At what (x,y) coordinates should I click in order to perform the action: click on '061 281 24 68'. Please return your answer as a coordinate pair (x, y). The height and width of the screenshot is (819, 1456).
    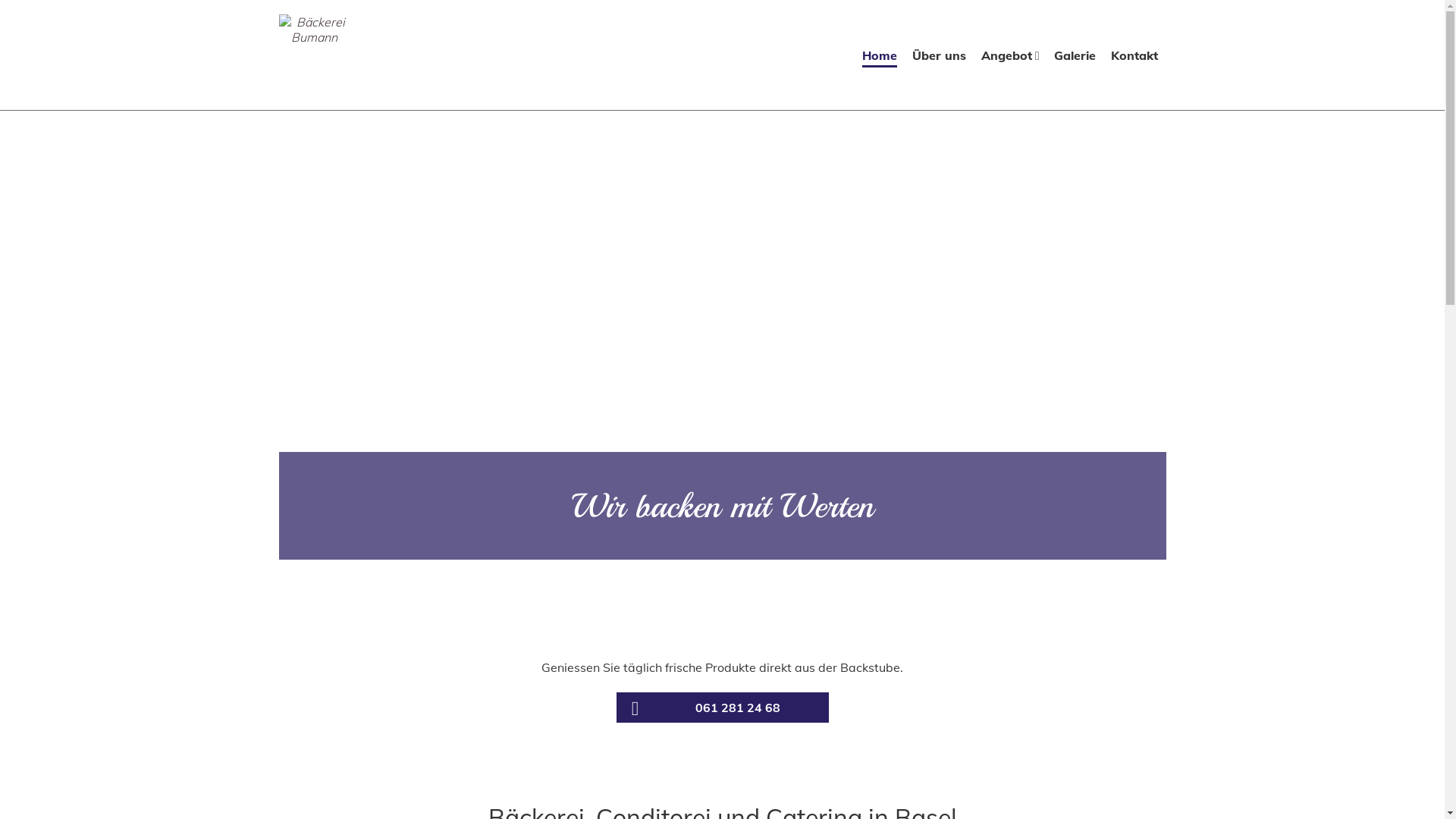
    Looking at the image, I should click on (615, 708).